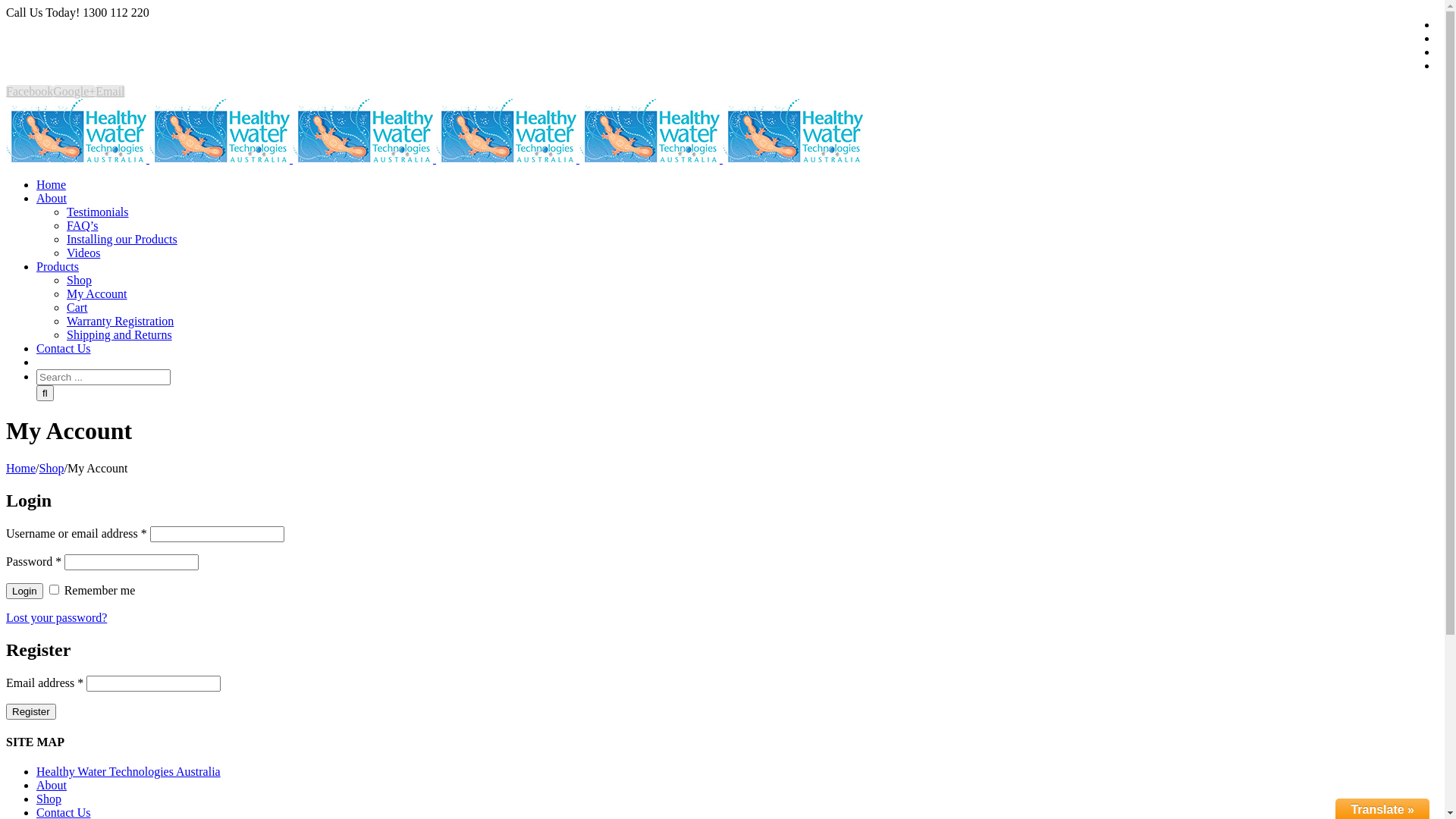  Describe the element at coordinates (49, 798) in the screenshot. I see `'Shop'` at that location.